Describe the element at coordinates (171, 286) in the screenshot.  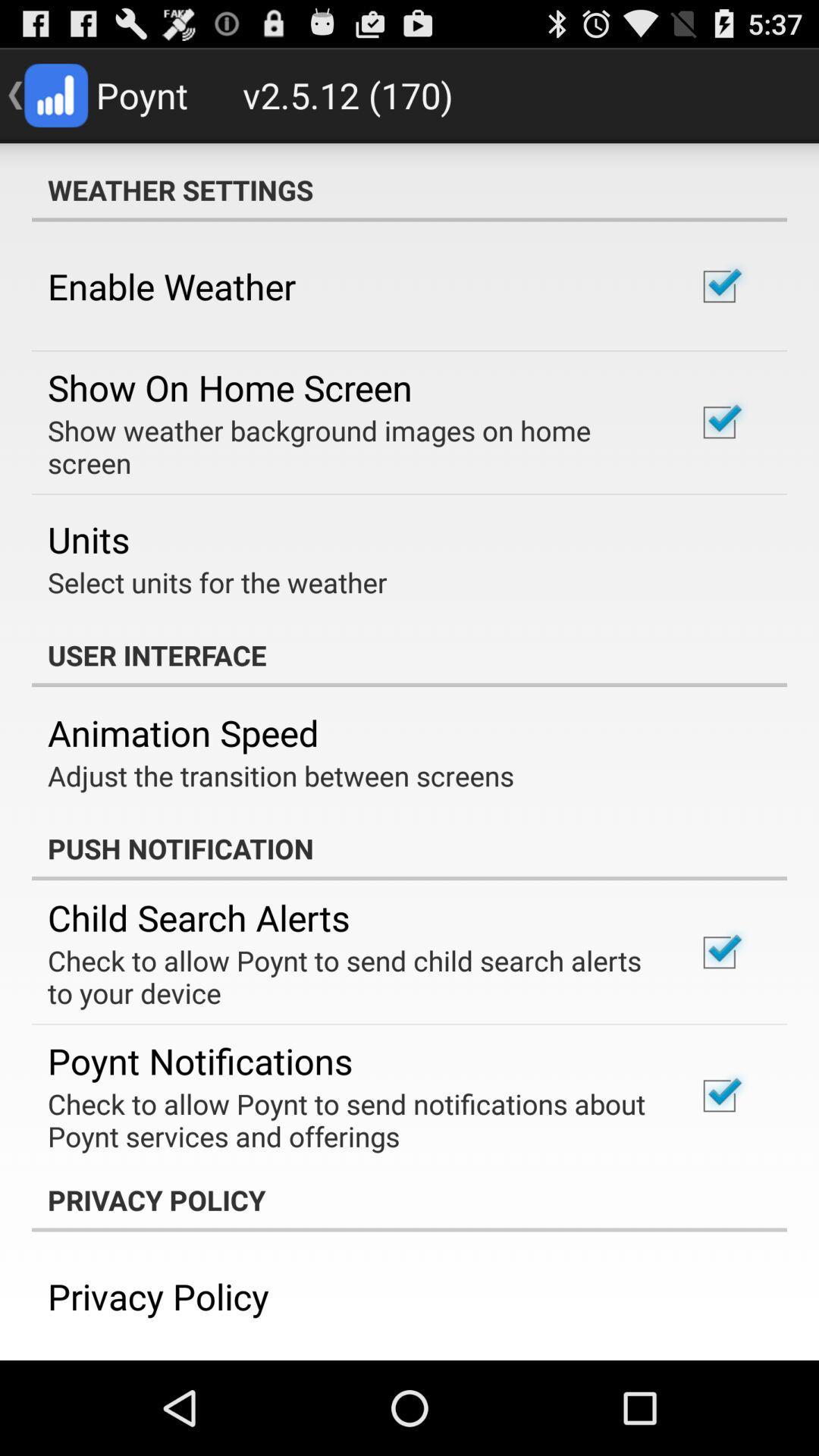
I see `the icon above the show on home item` at that location.